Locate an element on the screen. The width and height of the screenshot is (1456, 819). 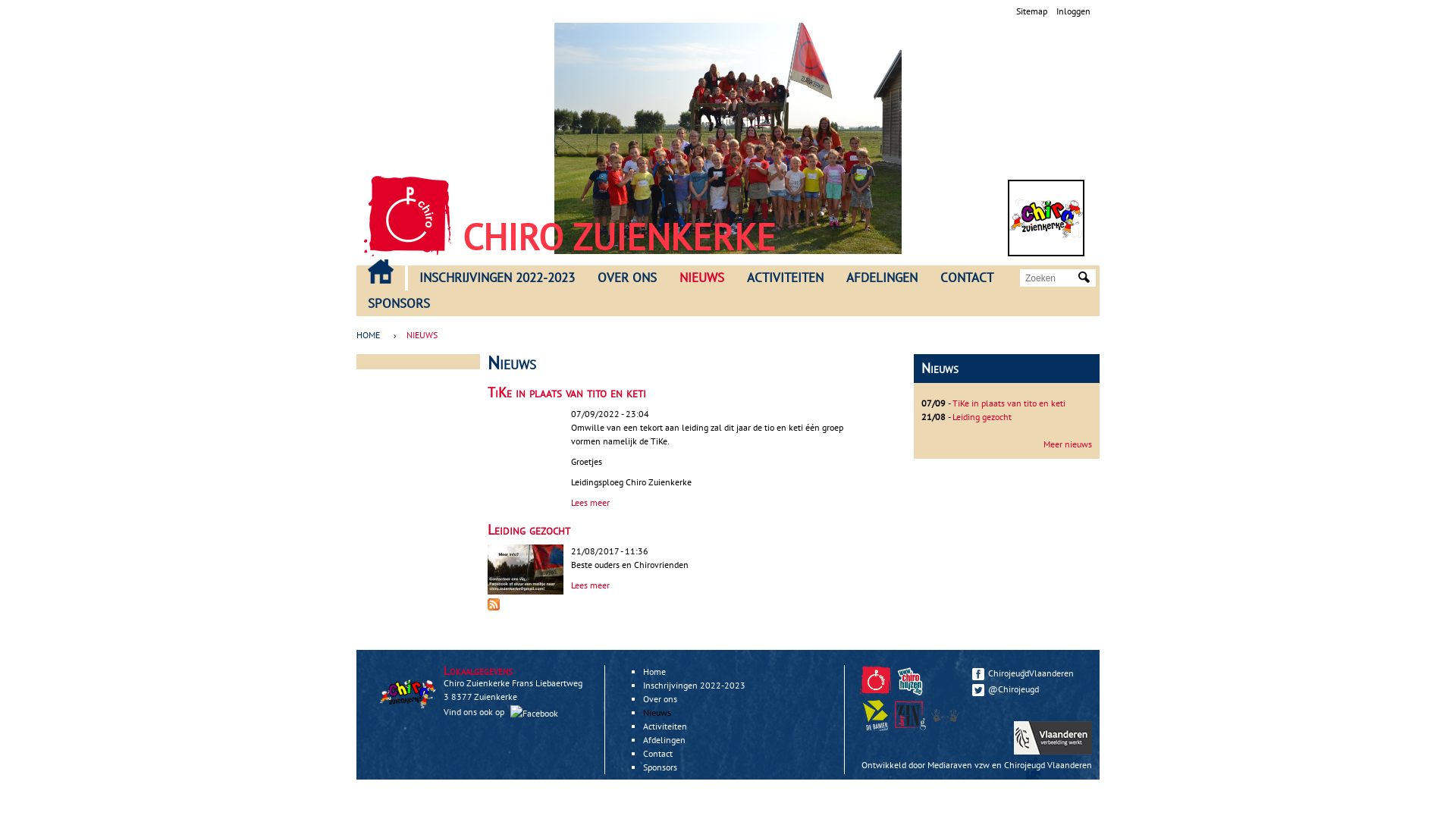
'Twitter' is located at coordinates (978, 690).